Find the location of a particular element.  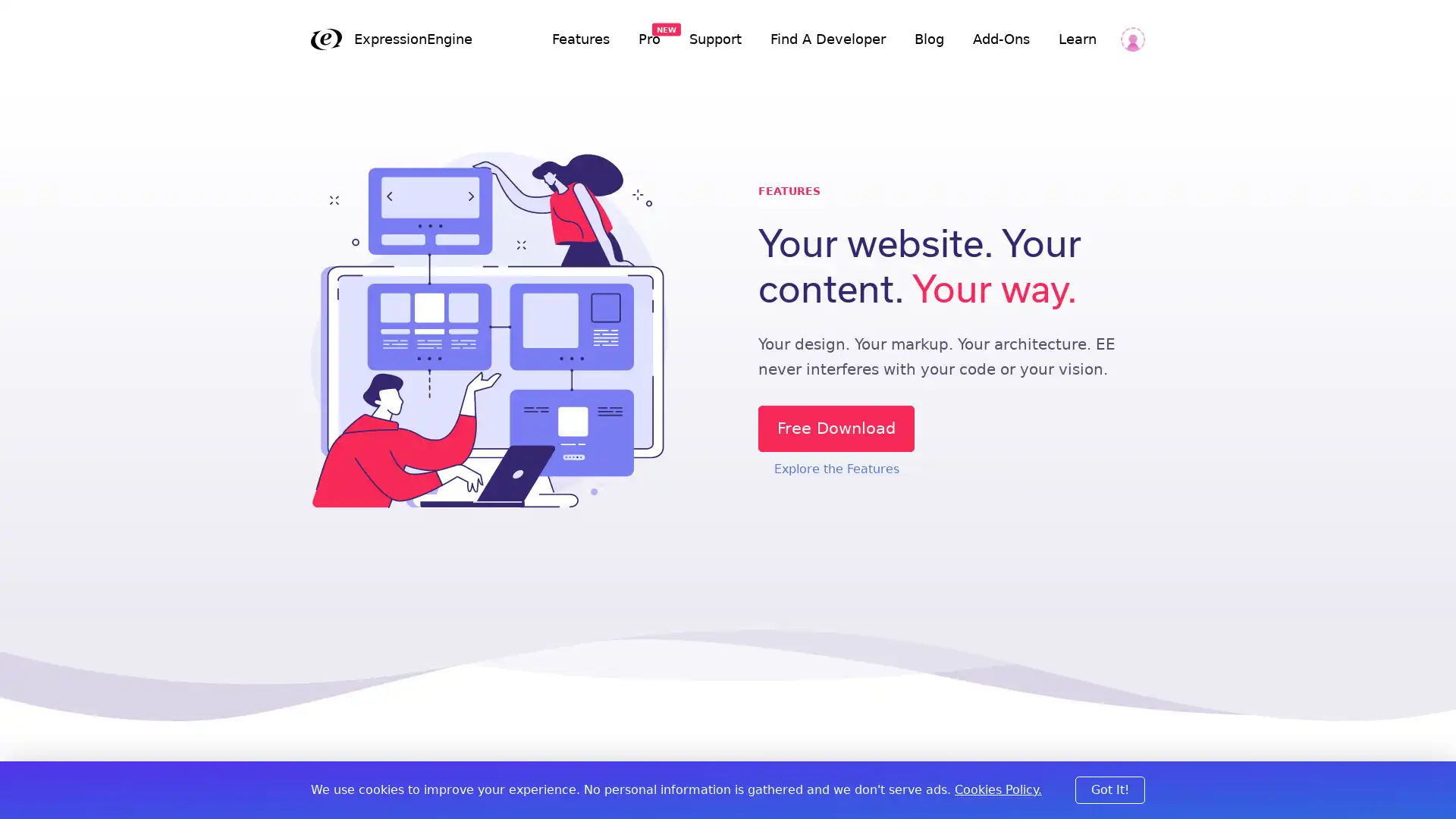

Got It! is located at coordinates (1110, 789).